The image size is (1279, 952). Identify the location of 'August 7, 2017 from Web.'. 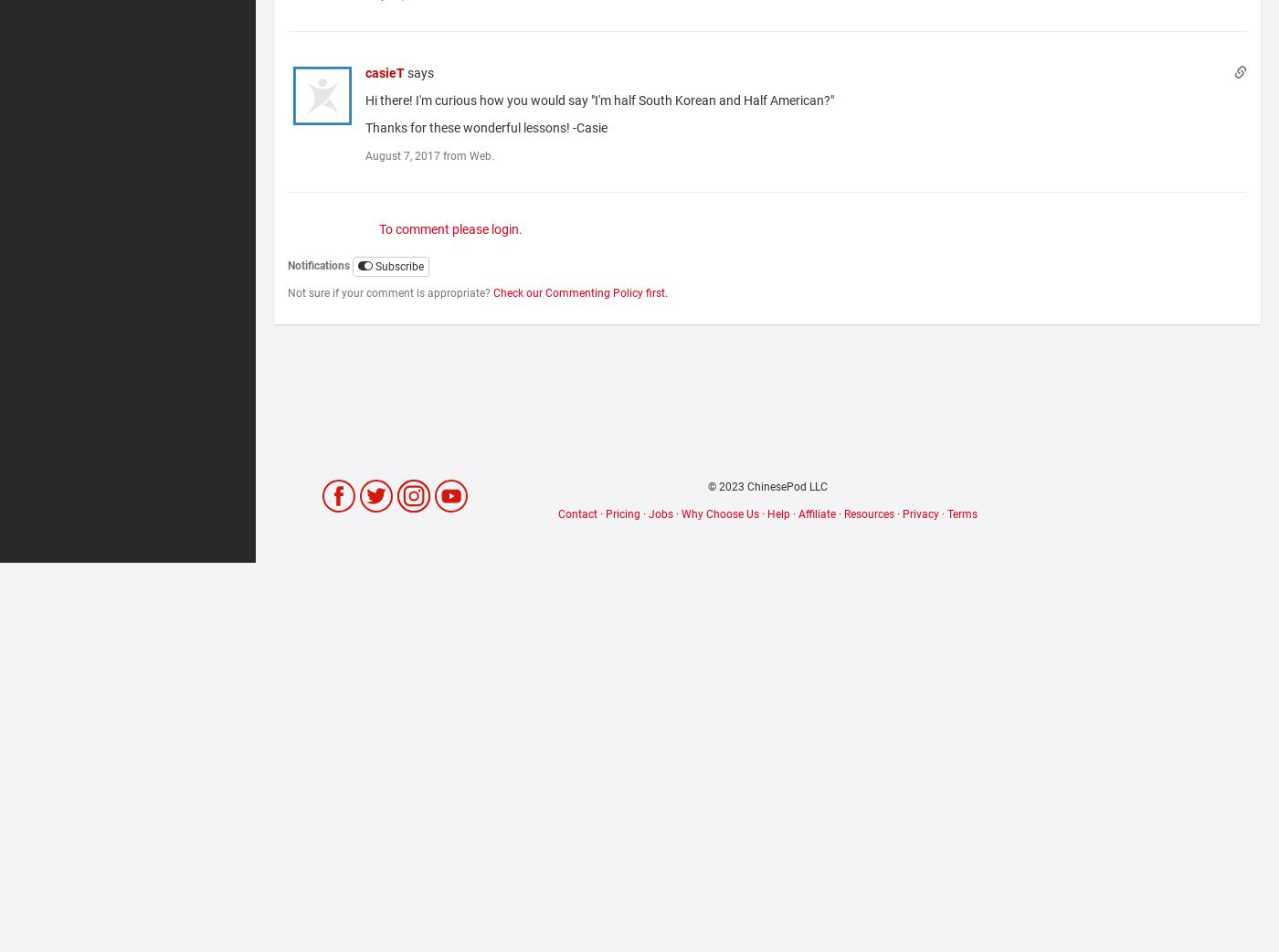
(364, 155).